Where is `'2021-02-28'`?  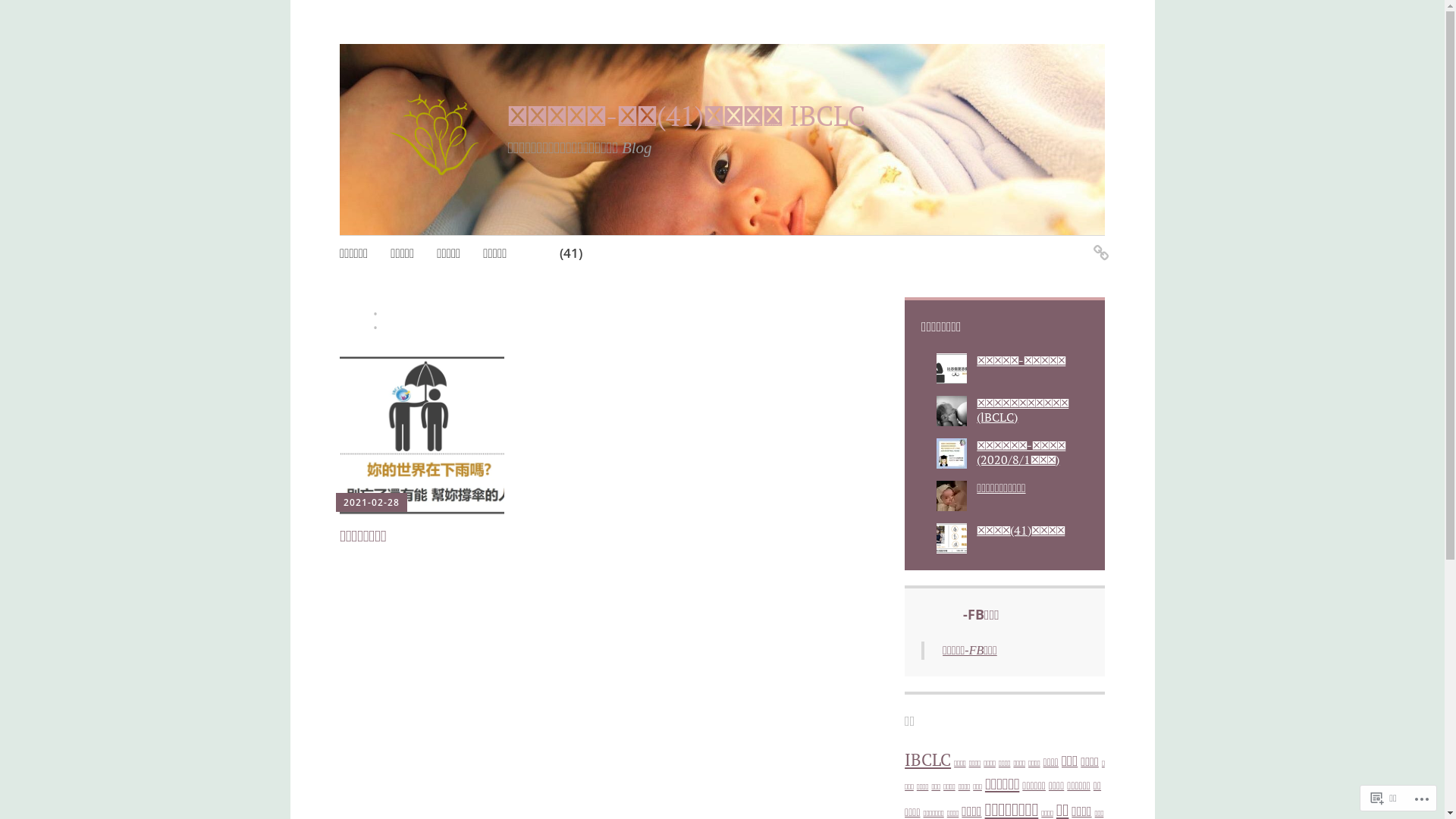 '2021-02-28' is located at coordinates (342, 502).